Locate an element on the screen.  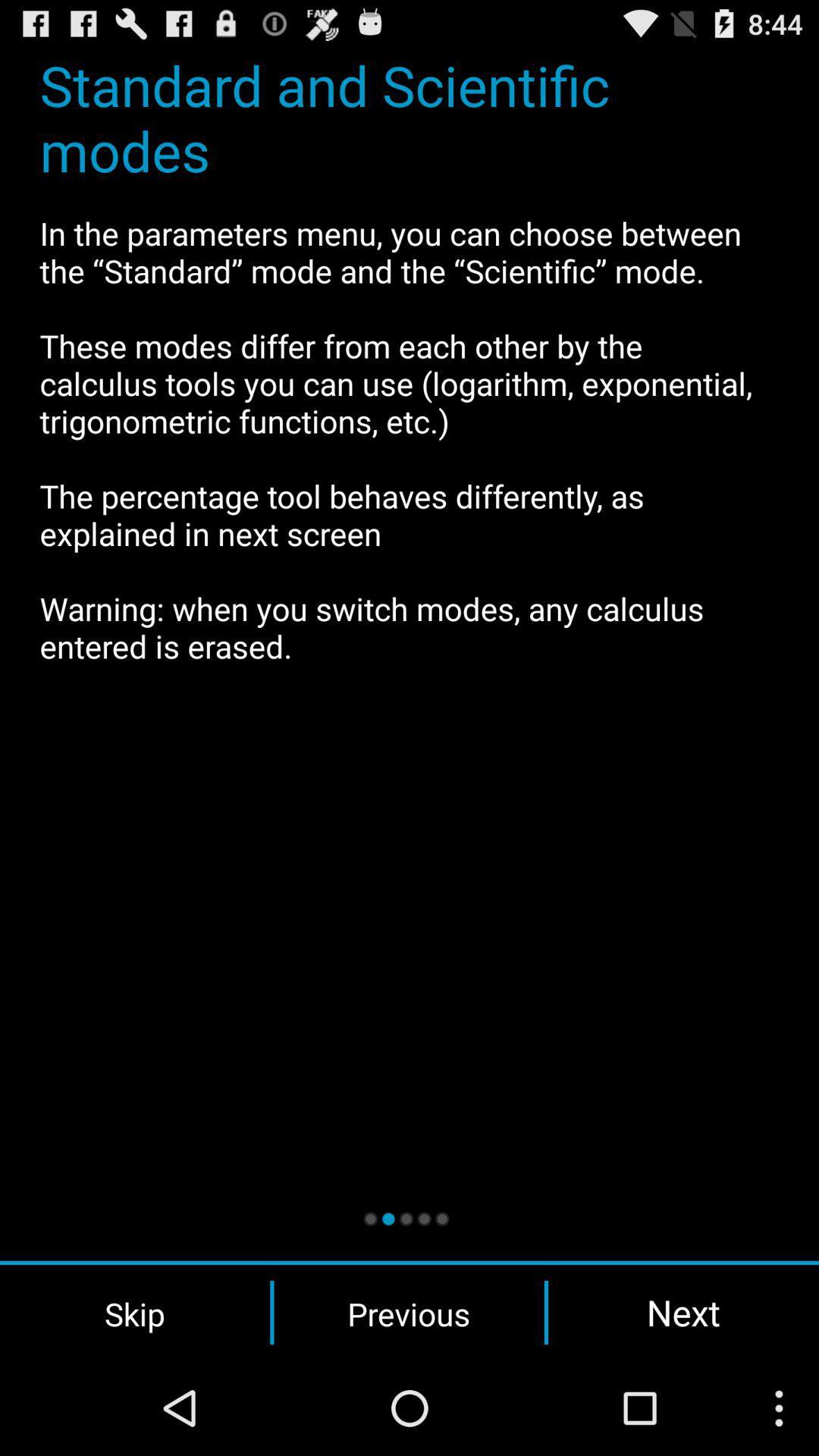
the next button is located at coordinates (683, 1312).